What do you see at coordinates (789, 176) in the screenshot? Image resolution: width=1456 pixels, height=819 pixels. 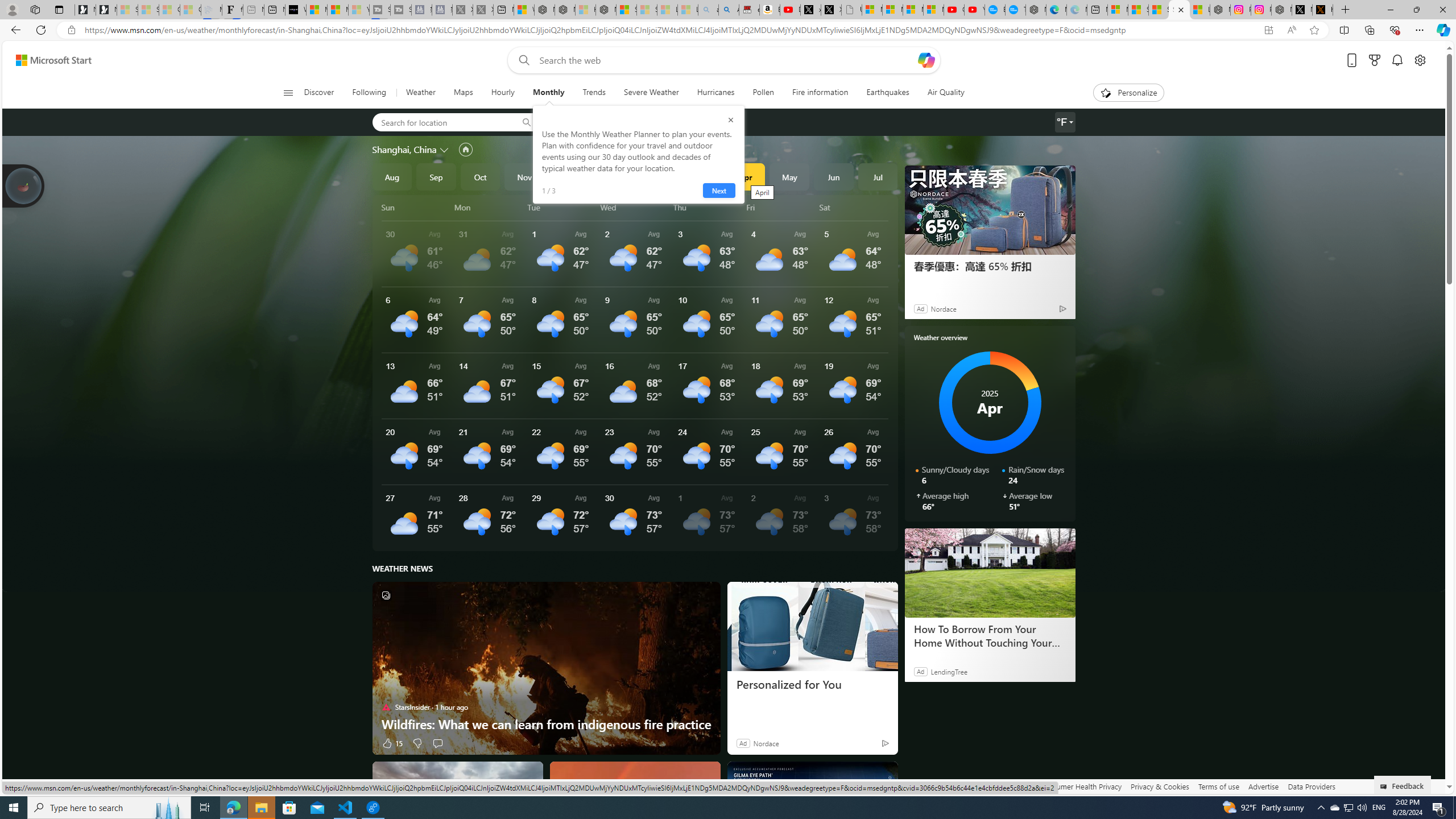 I see `'May'` at bounding box center [789, 176].